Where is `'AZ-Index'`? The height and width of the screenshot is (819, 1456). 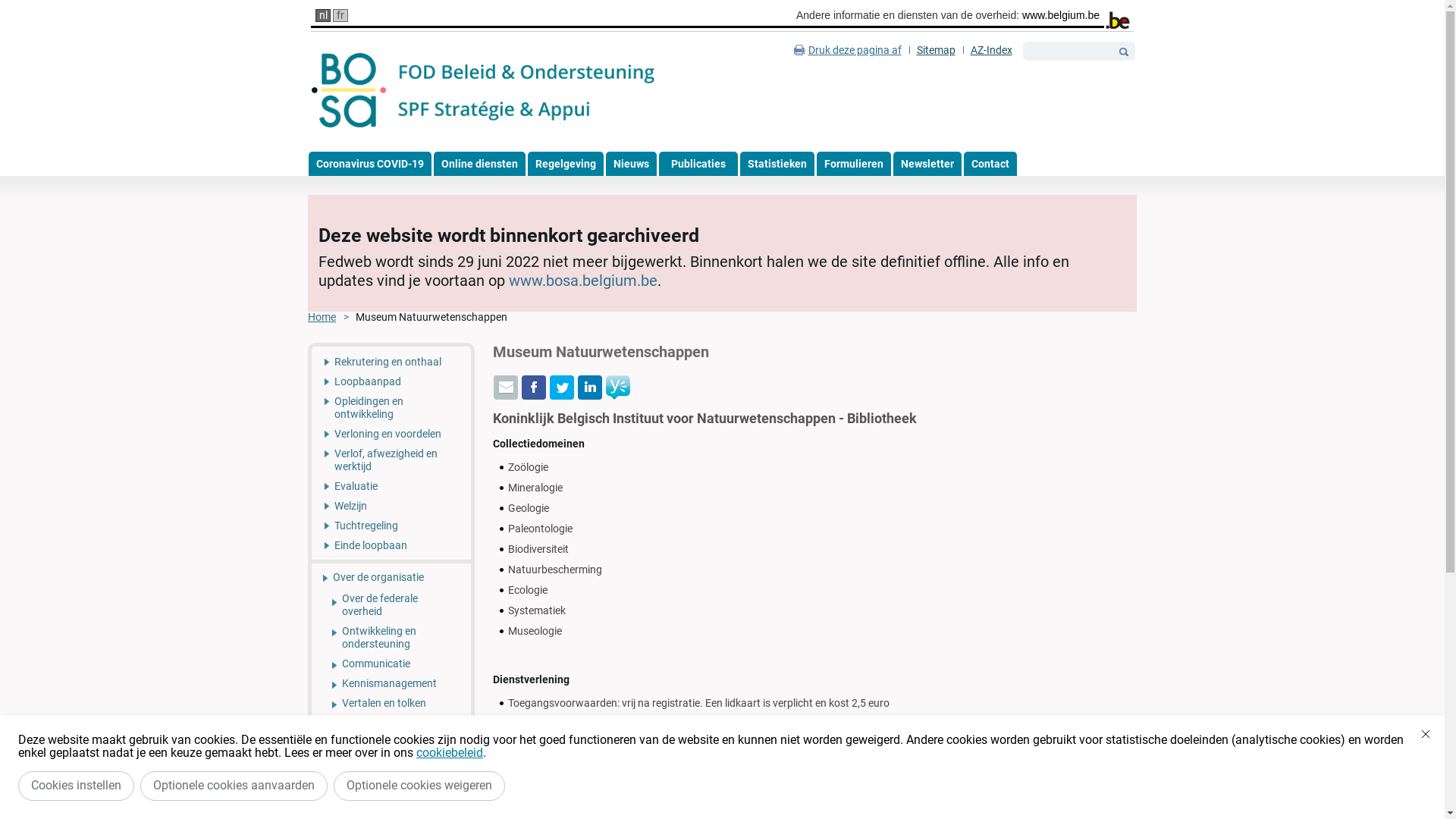
'AZ-Index' is located at coordinates (991, 49).